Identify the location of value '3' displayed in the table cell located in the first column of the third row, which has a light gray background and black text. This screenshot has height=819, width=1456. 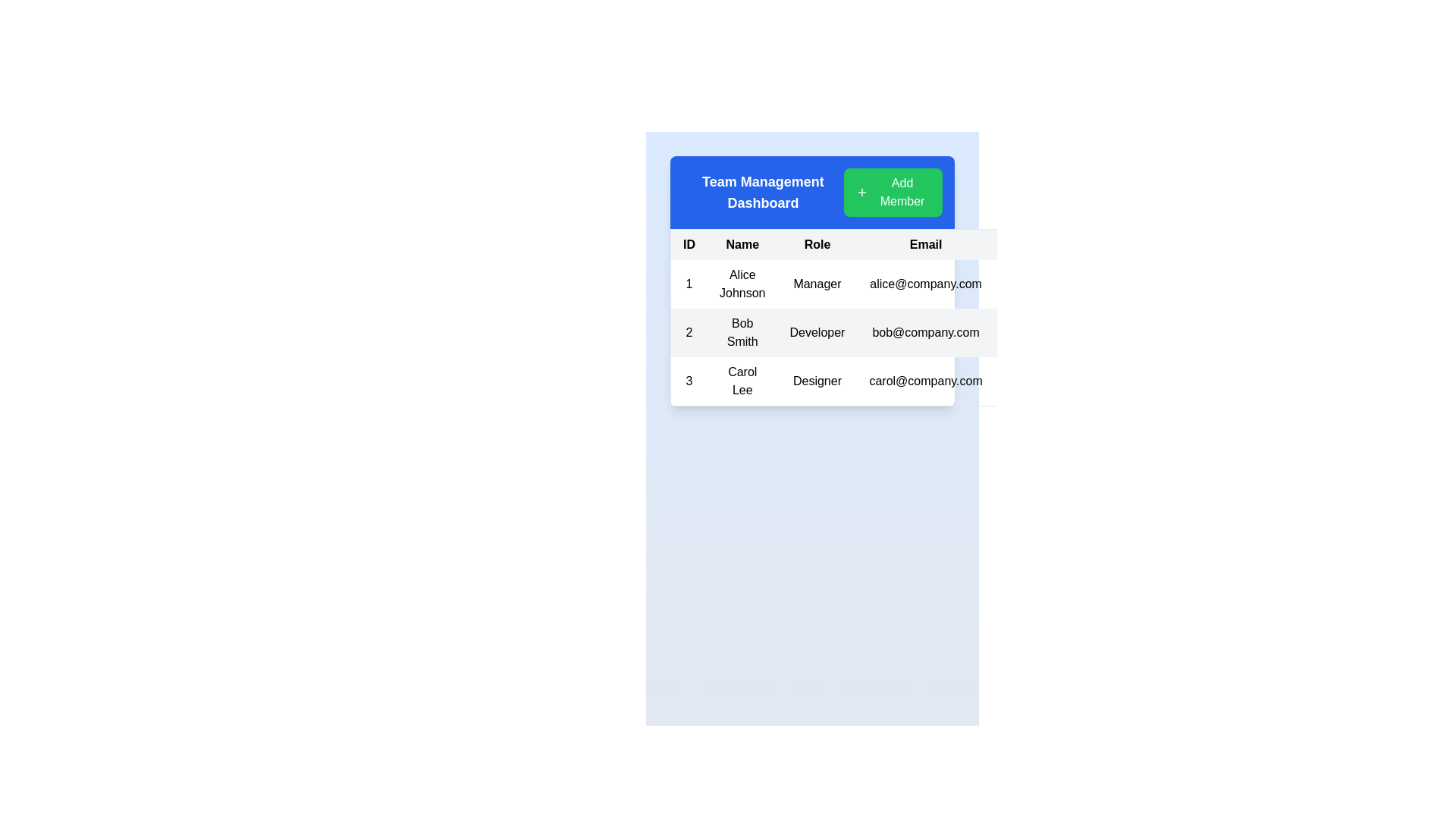
(688, 381).